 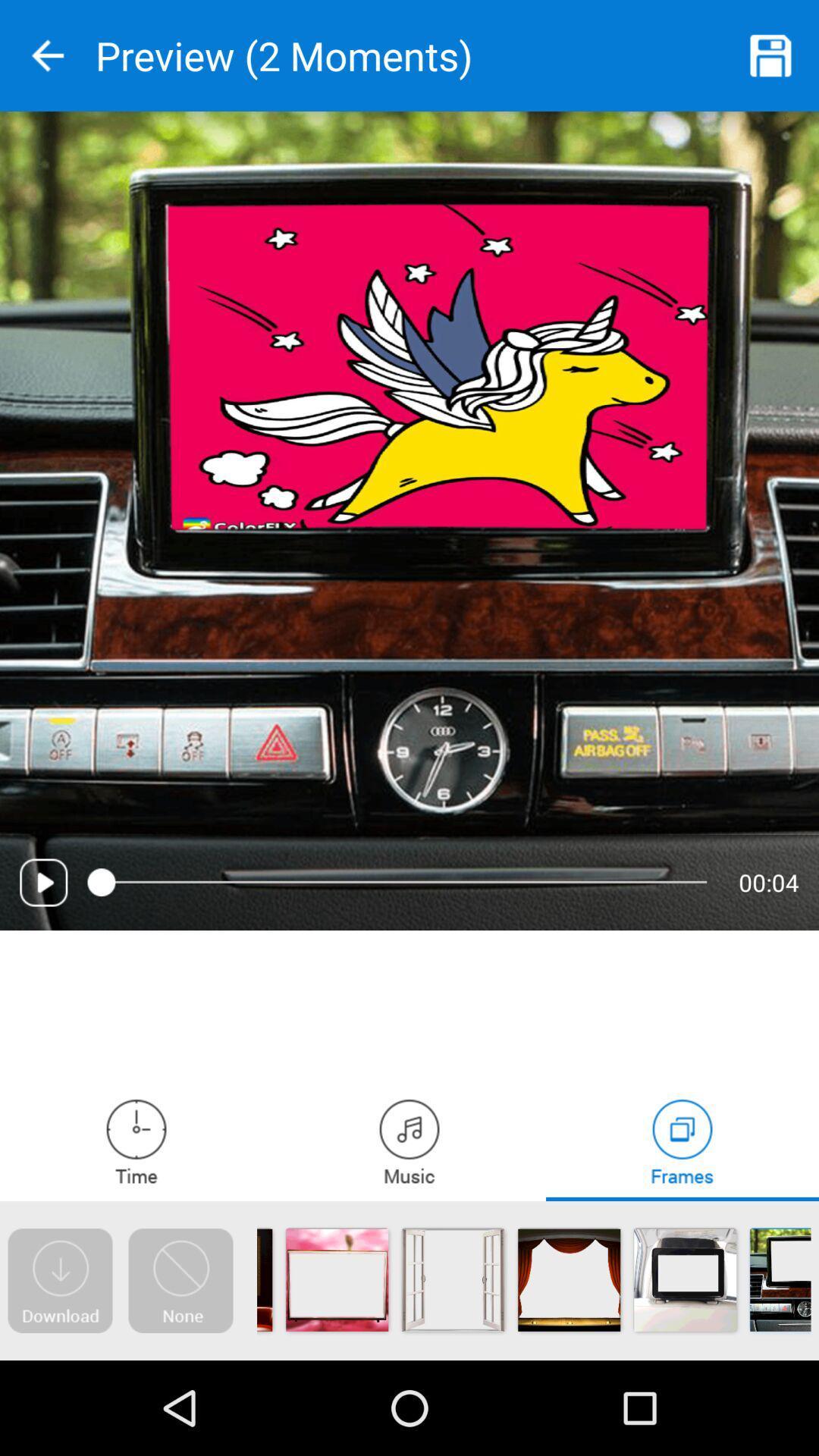 I want to click on the play icon, so click(x=42, y=882).